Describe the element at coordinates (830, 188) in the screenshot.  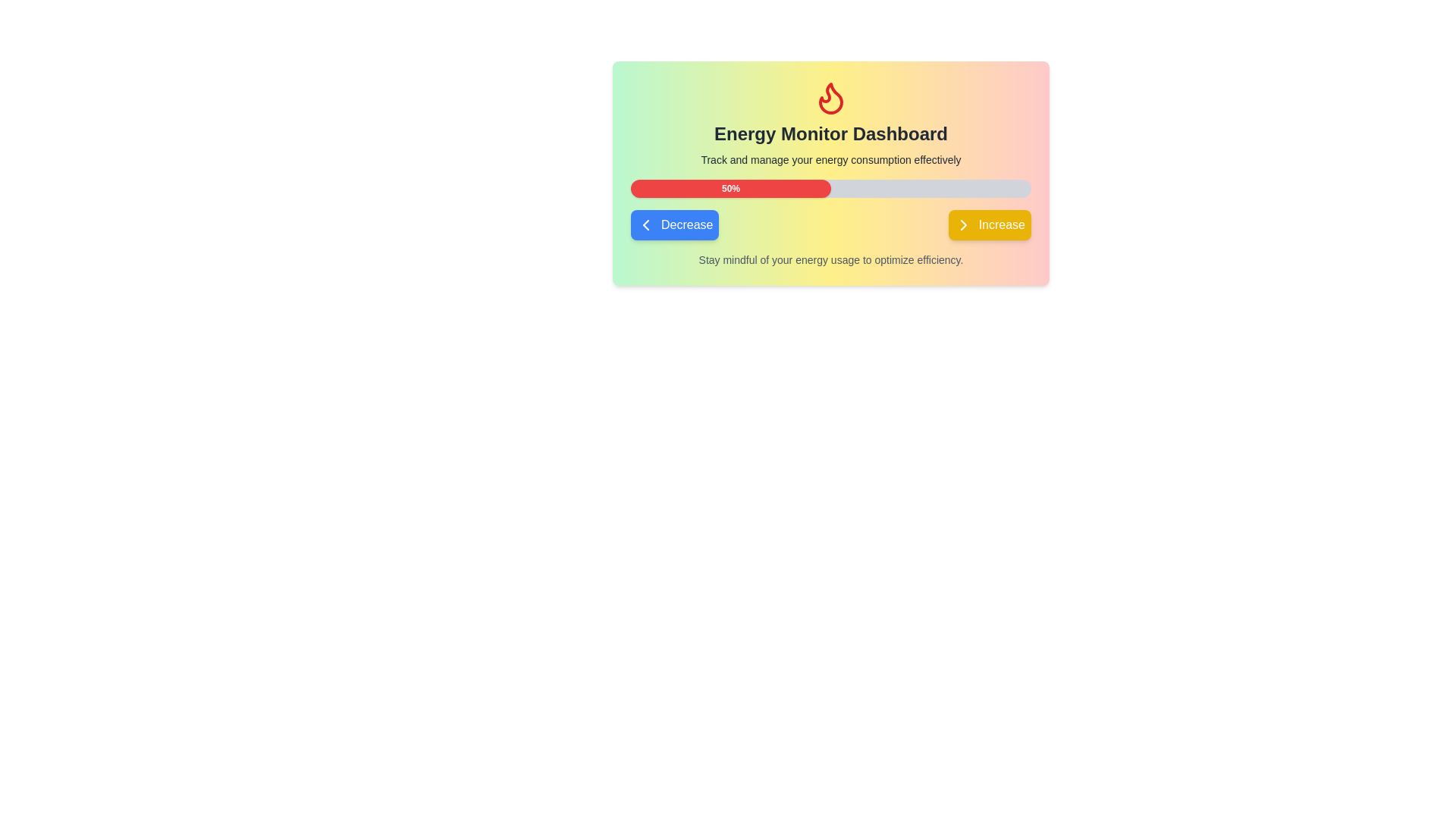
I see `the progress bar that has rounded edges, a gray background with a red-filled portion indicating 50% progress and displaying '50%' in white bold font` at that location.